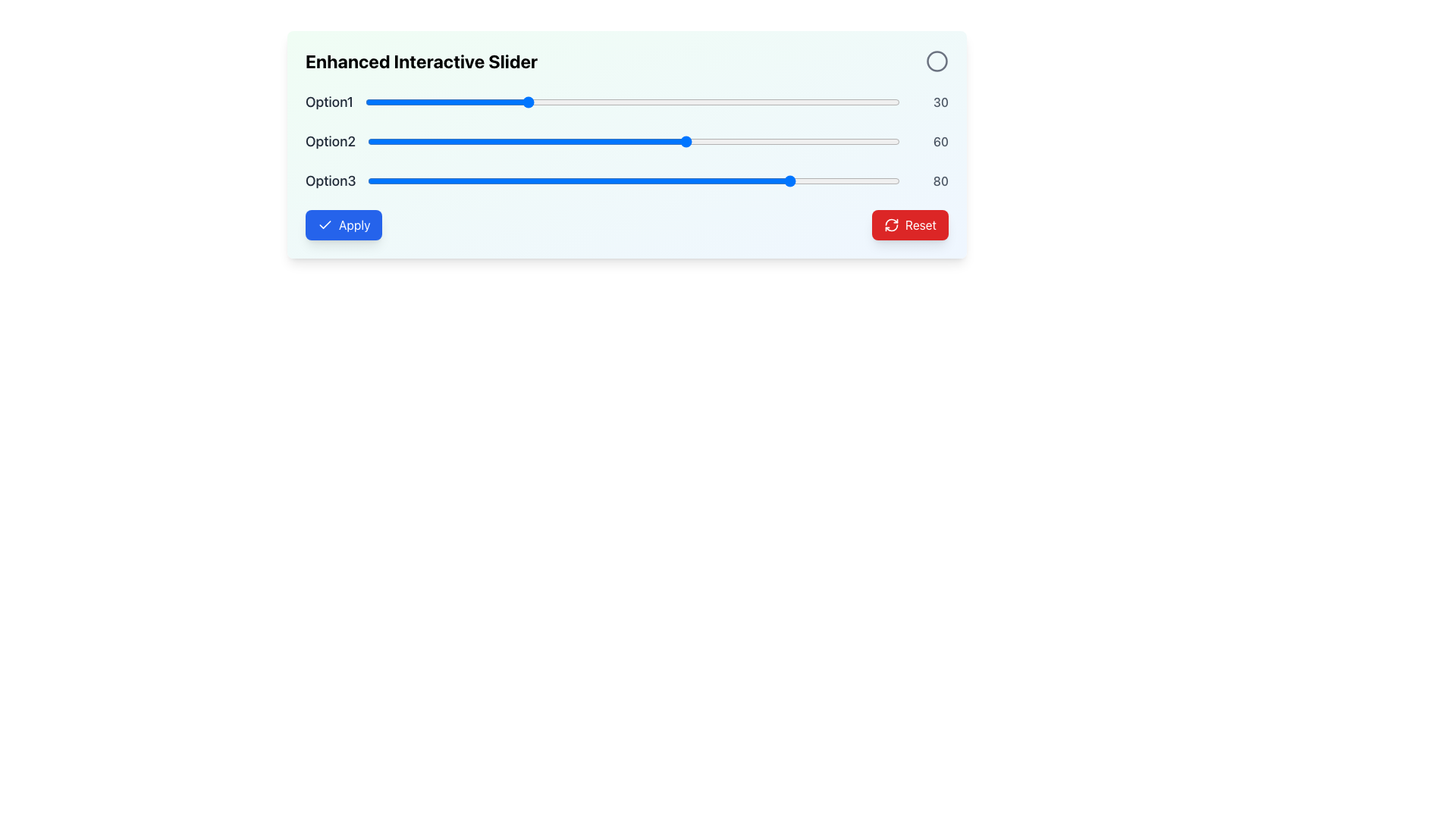  I want to click on slider, so click(447, 141).